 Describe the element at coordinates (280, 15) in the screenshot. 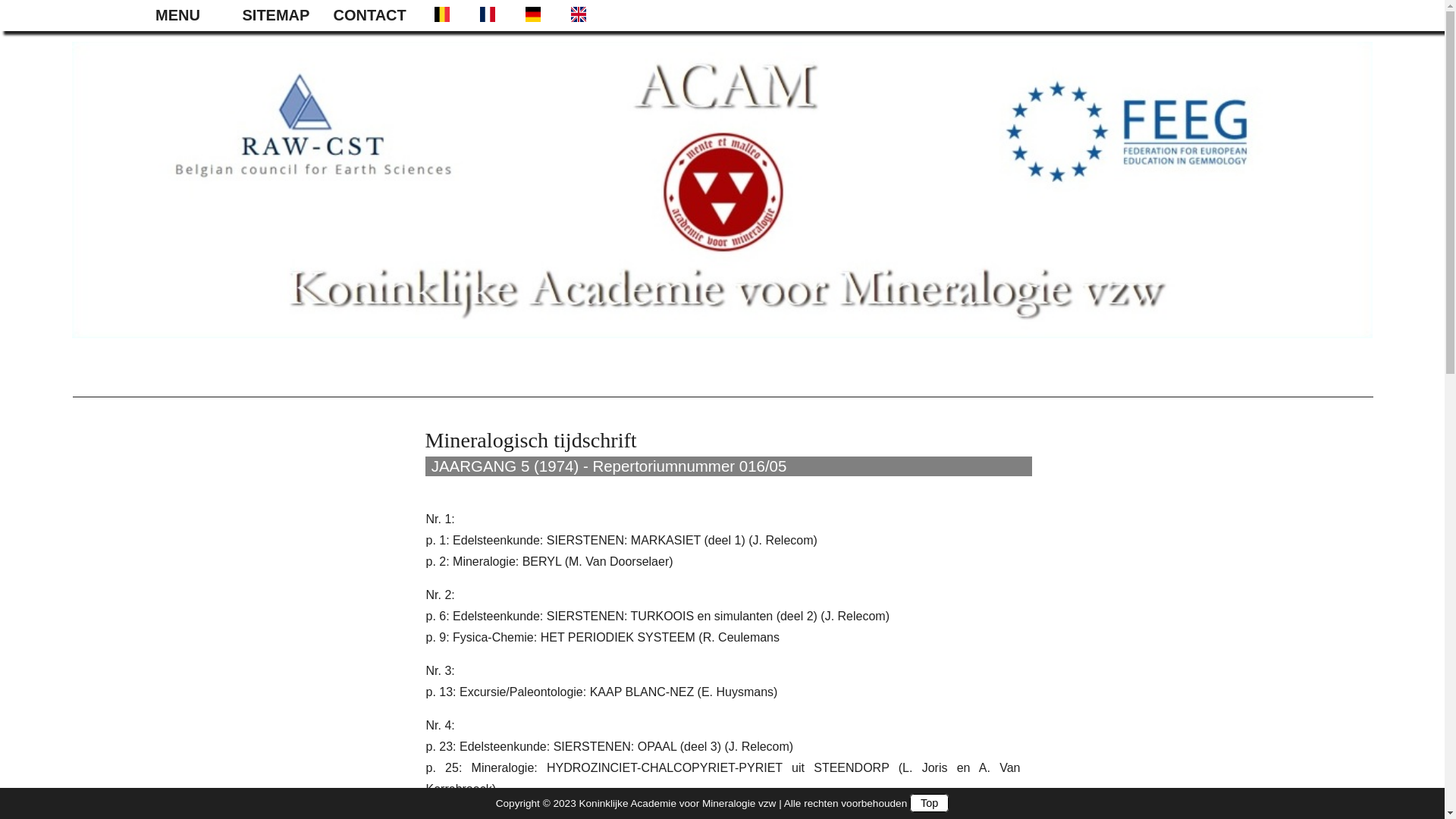

I see `'SITEMAP'` at that location.